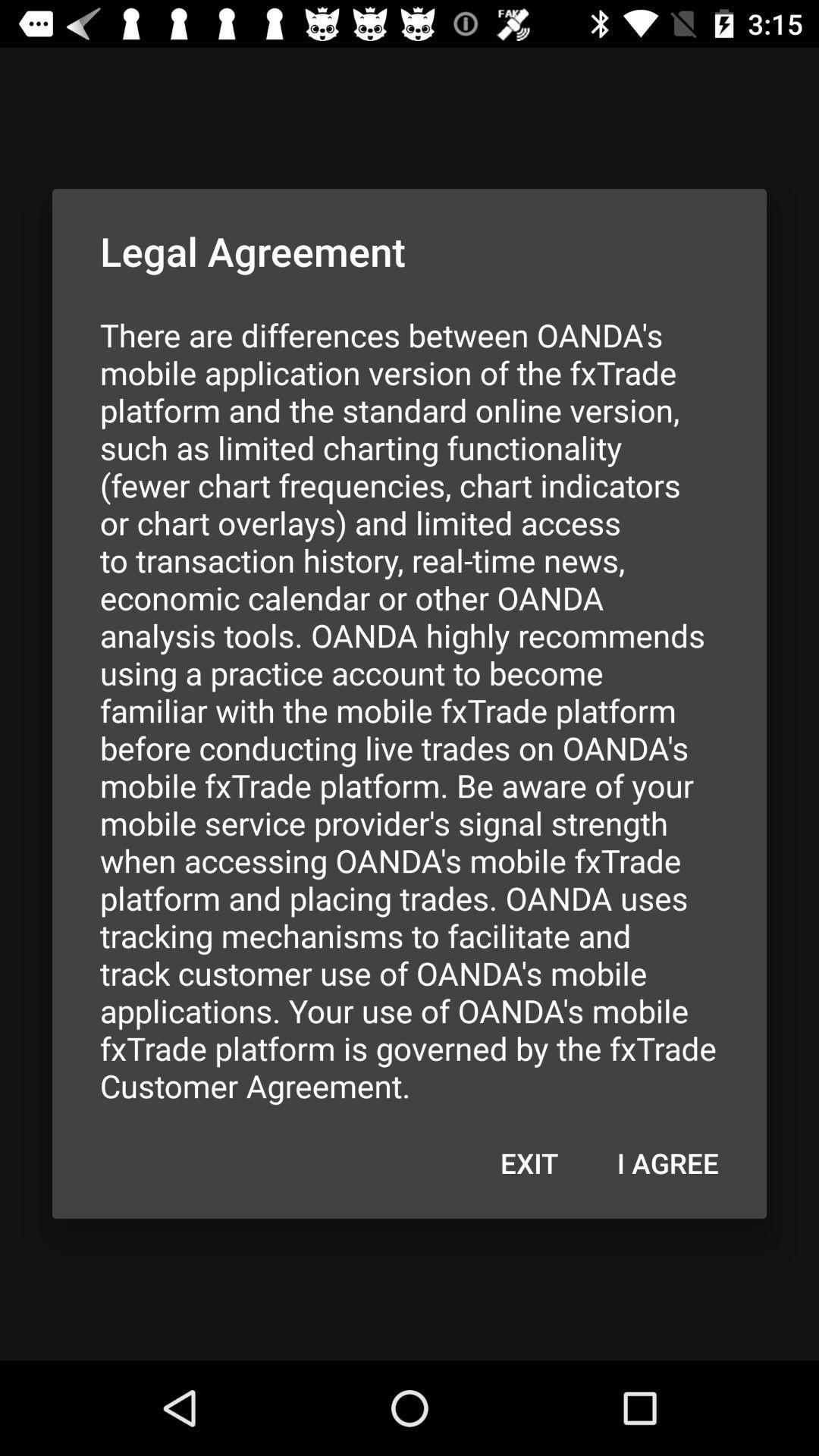 Image resolution: width=819 pixels, height=1456 pixels. Describe the element at coordinates (667, 1162) in the screenshot. I see `the i agree` at that location.